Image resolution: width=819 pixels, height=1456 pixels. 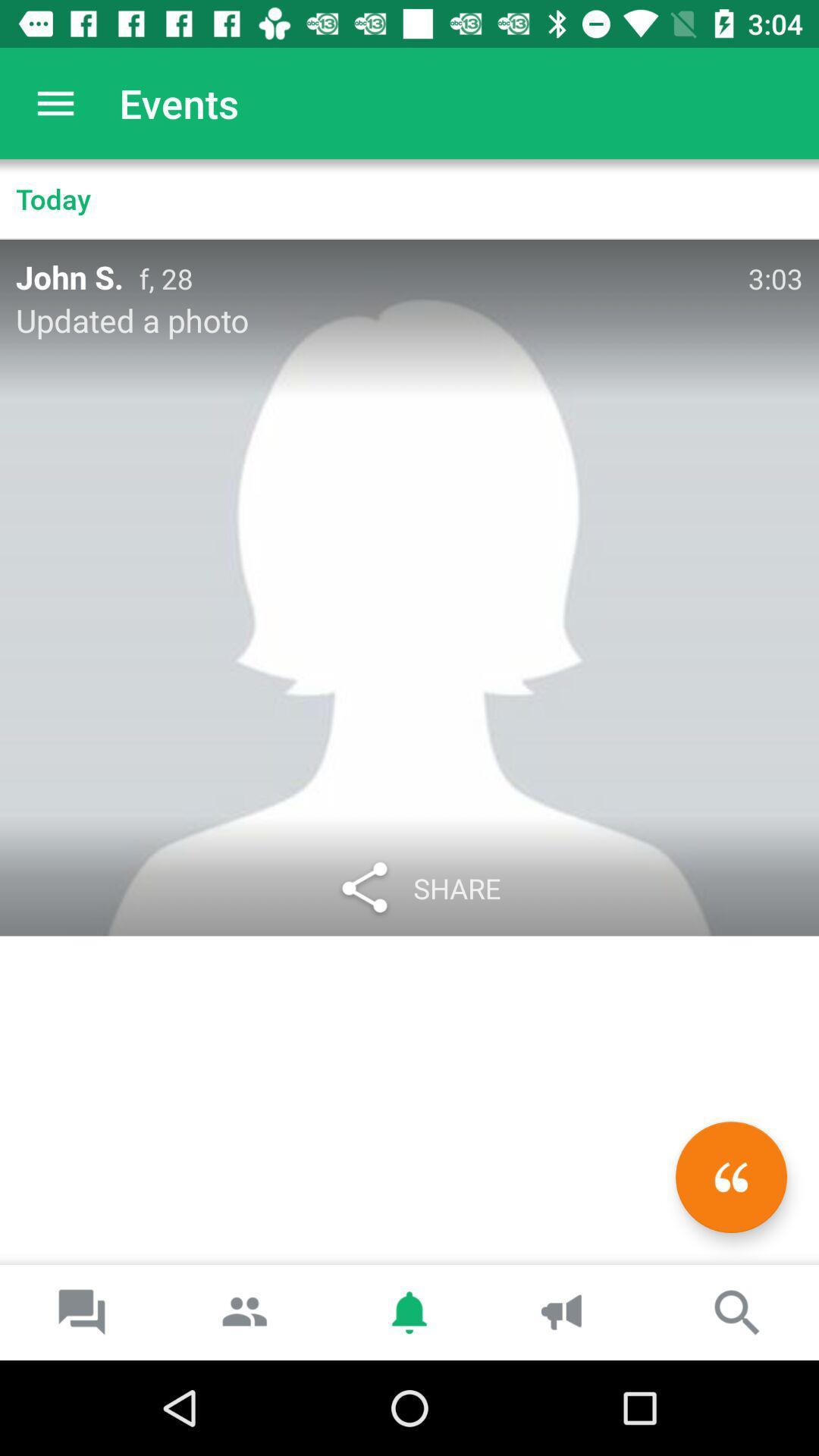 I want to click on caption, so click(x=730, y=1176).